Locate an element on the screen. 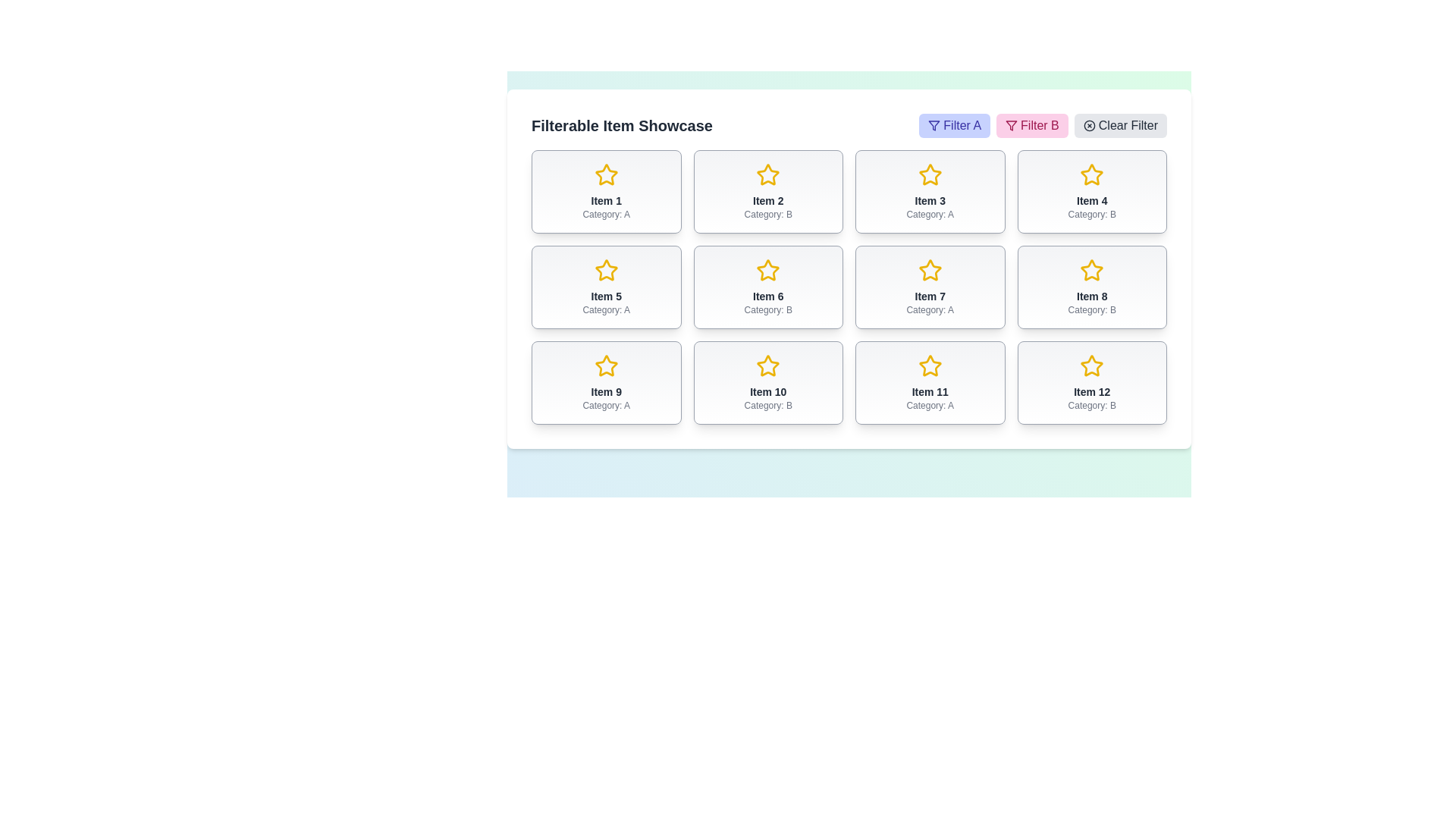 This screenshot has width=1456, height=819. the Card component featuring a yellow star icon and the text 'Item 5' in bold, located in the second row of the grid is located at coordinates (605, 287).